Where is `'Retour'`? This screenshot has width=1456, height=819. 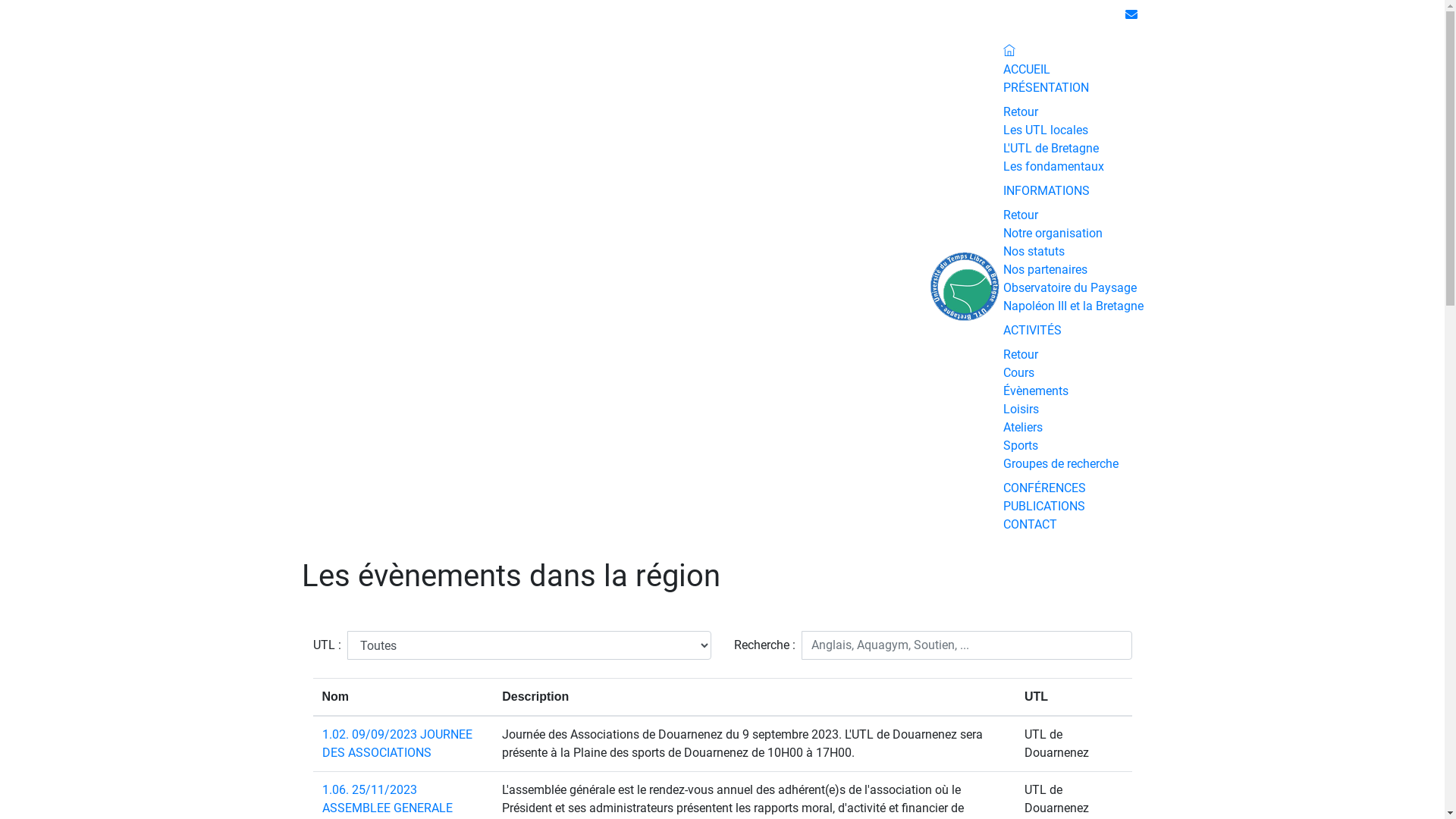
'Retour' is located at coordinates (1019, 111).